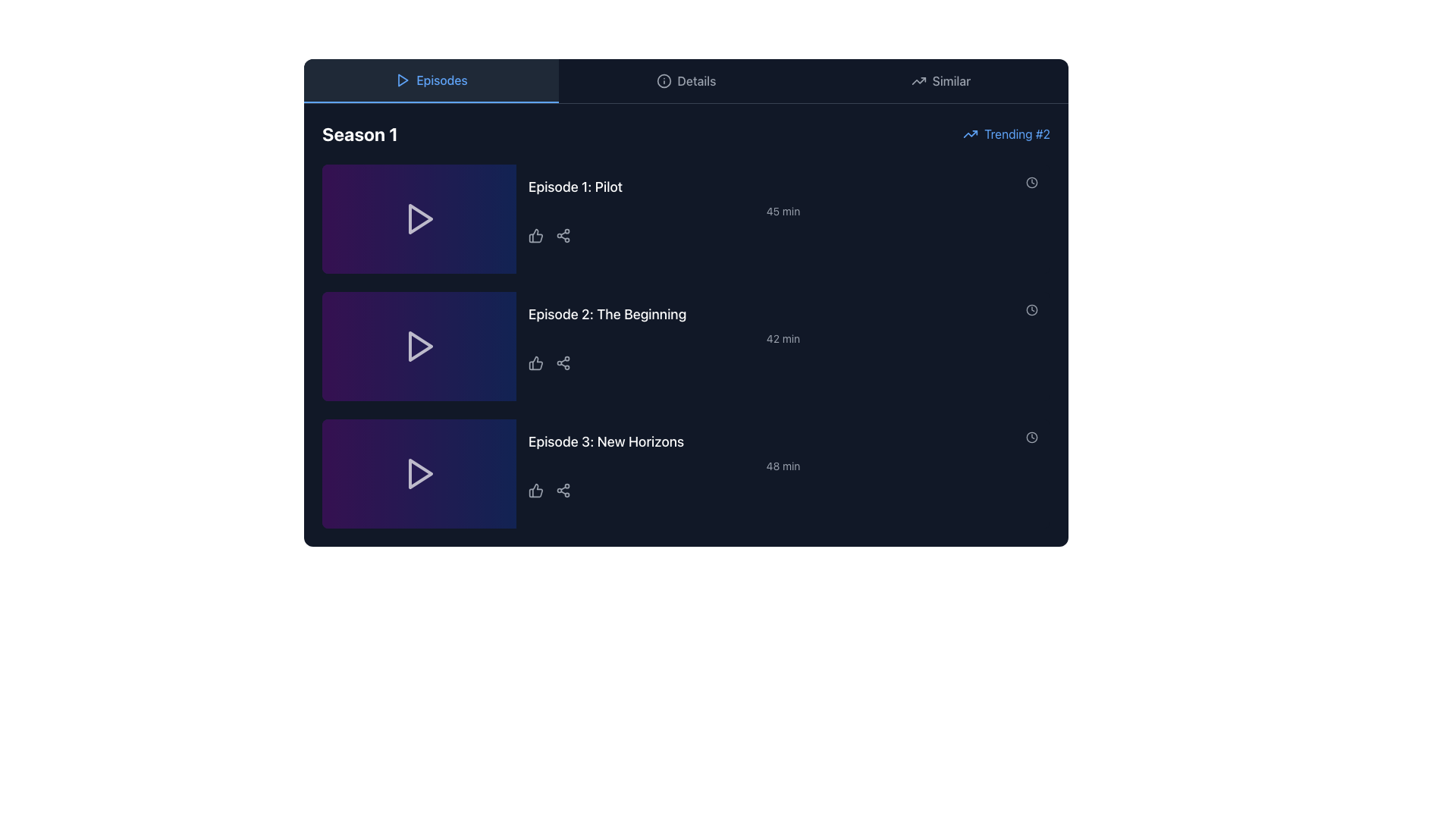 The width and height of the screenshot is (1456, 819). What do you see at coordinates (940, 81) in the screenshot?
I see `the third tab in the horizontal row of tabs at the top of the list interface` at bounding box center [940, 81].